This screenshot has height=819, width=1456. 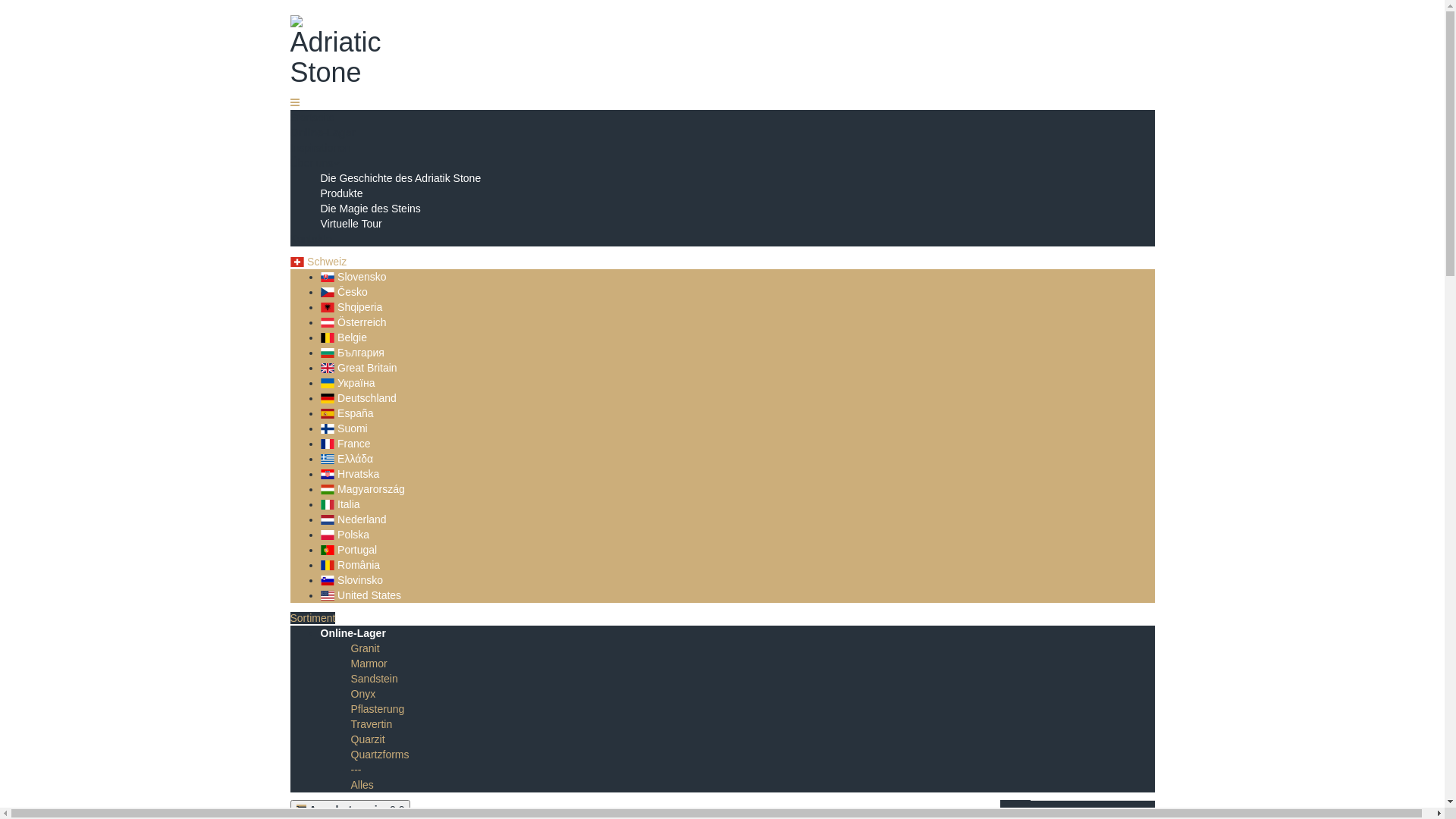 I want to click on 'Produkte', so click(x=340, y=192).